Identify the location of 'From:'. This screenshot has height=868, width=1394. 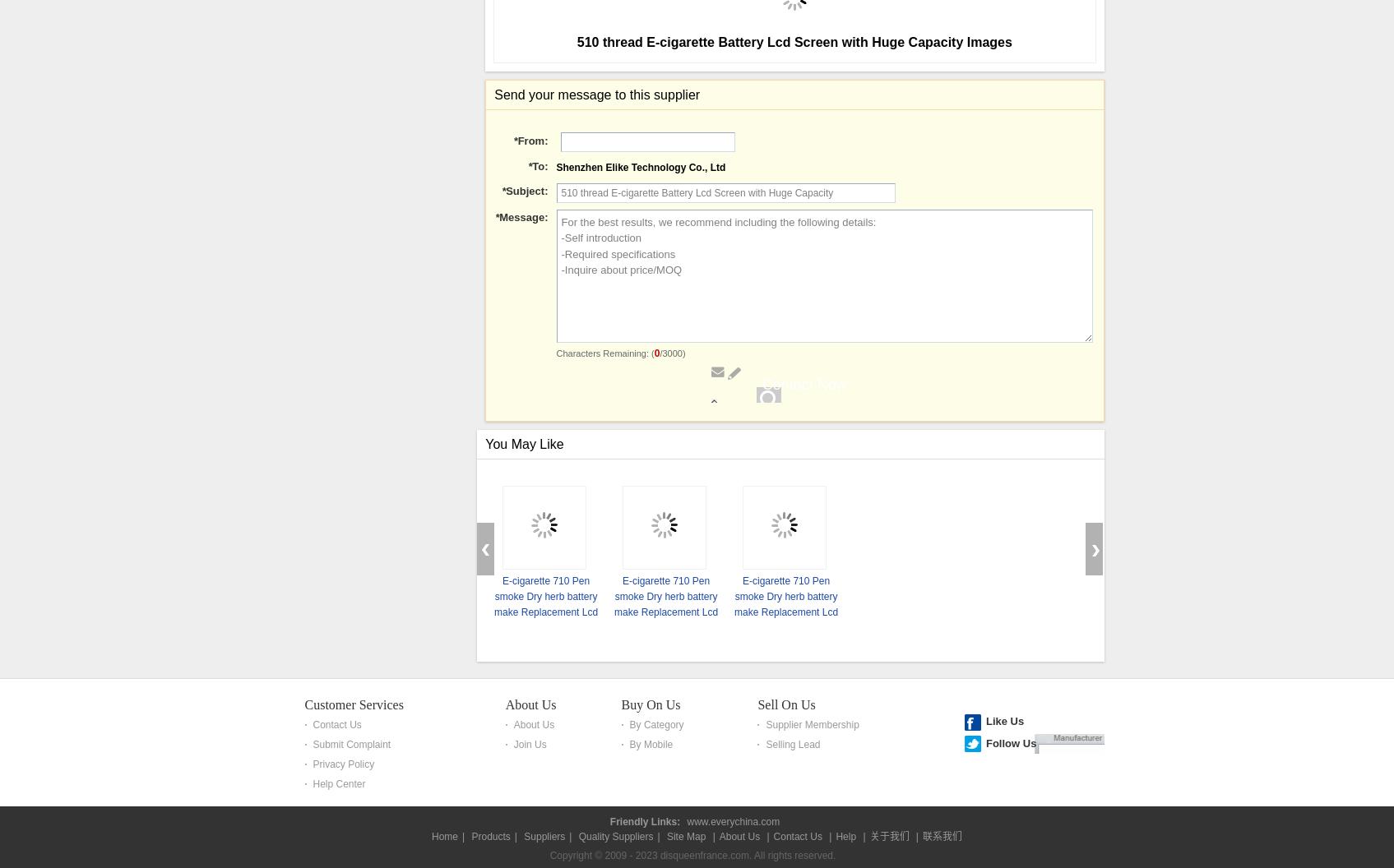
(531, 606).